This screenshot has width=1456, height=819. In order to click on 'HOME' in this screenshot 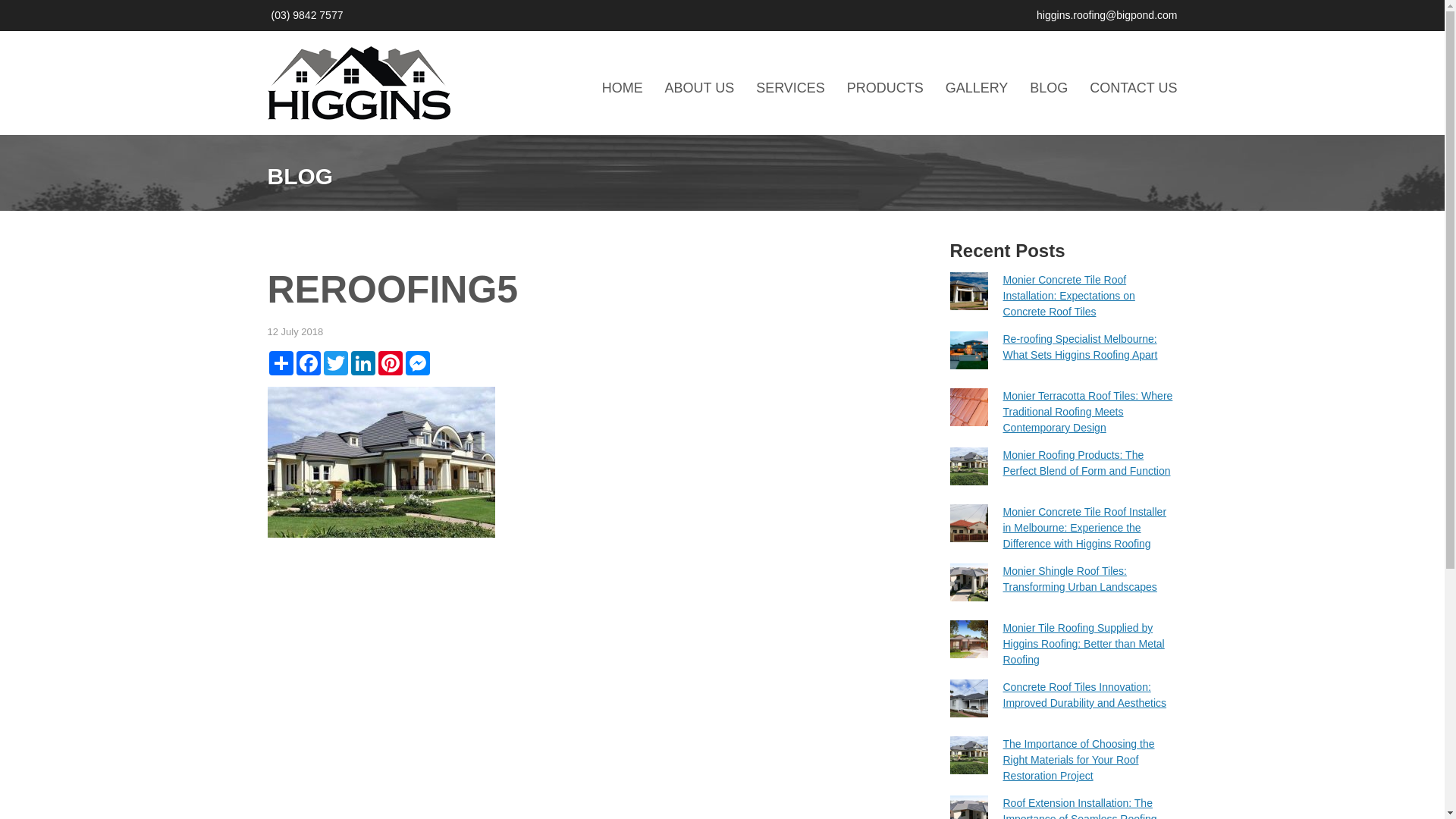, I will do `click(622, 87)`.